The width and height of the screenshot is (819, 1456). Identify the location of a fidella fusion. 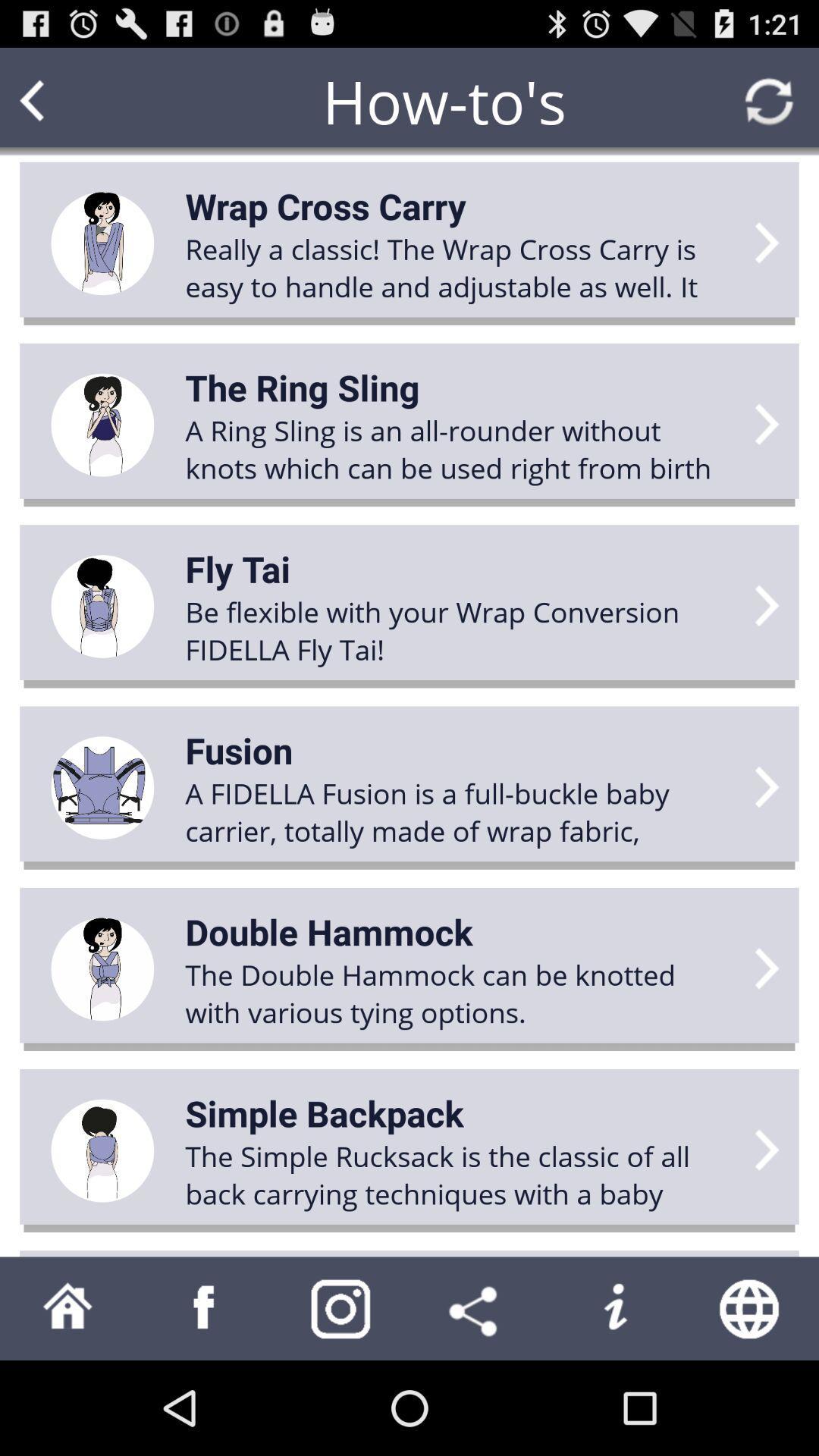
(460, 811).